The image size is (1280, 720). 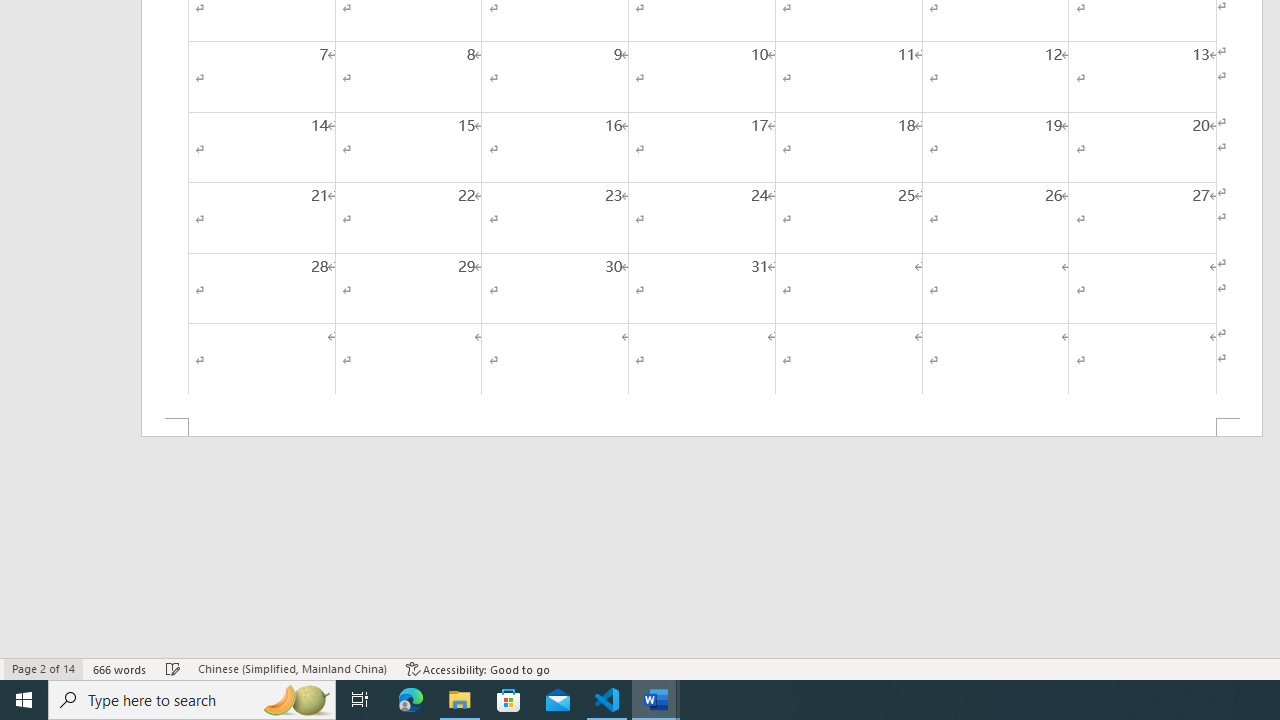 What do you see at coordinates (702, 426) in the screenshot?
I see `'Footer -Section 1-'` at bounding box center [702, 426].